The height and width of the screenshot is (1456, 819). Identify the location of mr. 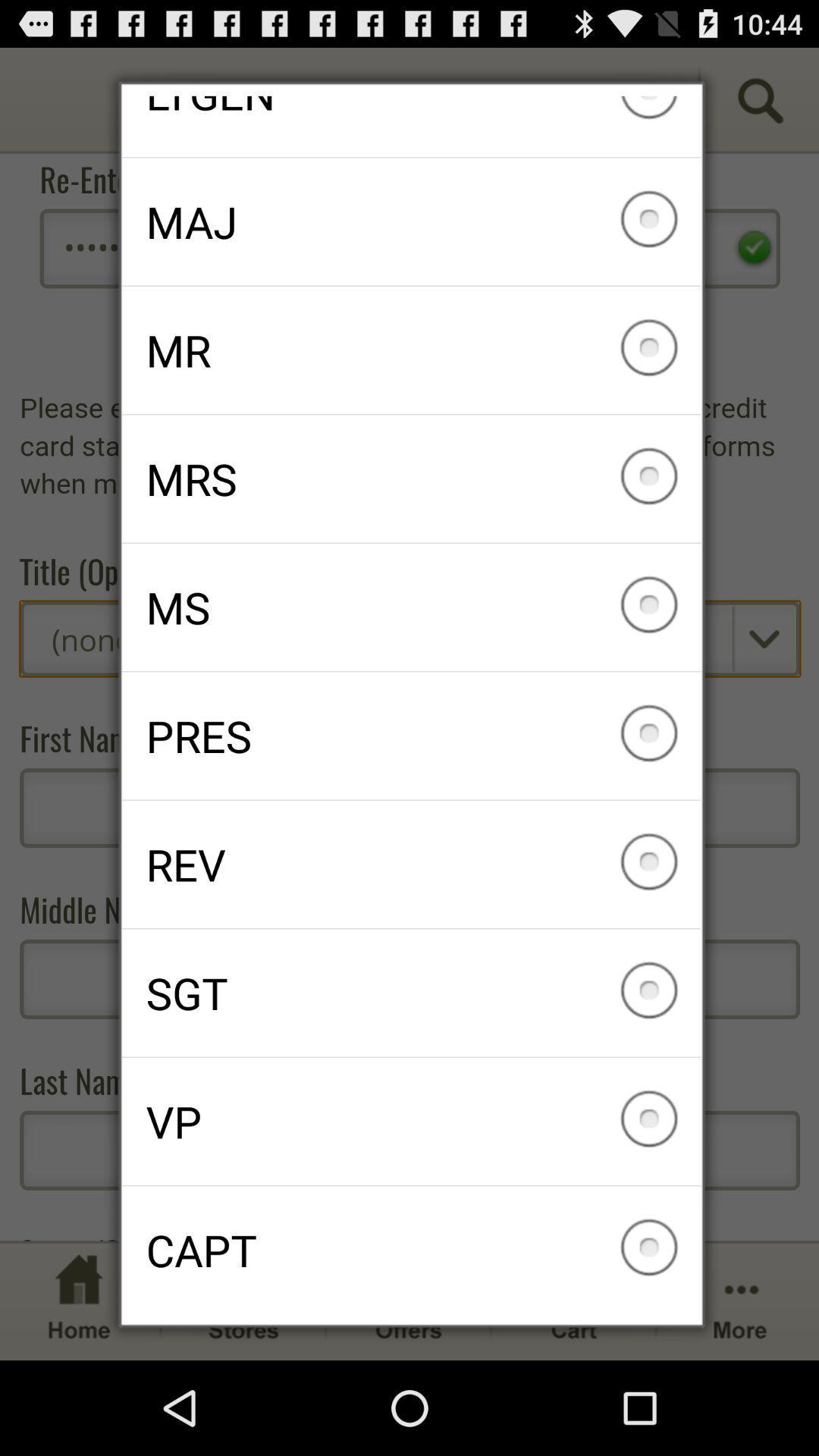
(411, 349).